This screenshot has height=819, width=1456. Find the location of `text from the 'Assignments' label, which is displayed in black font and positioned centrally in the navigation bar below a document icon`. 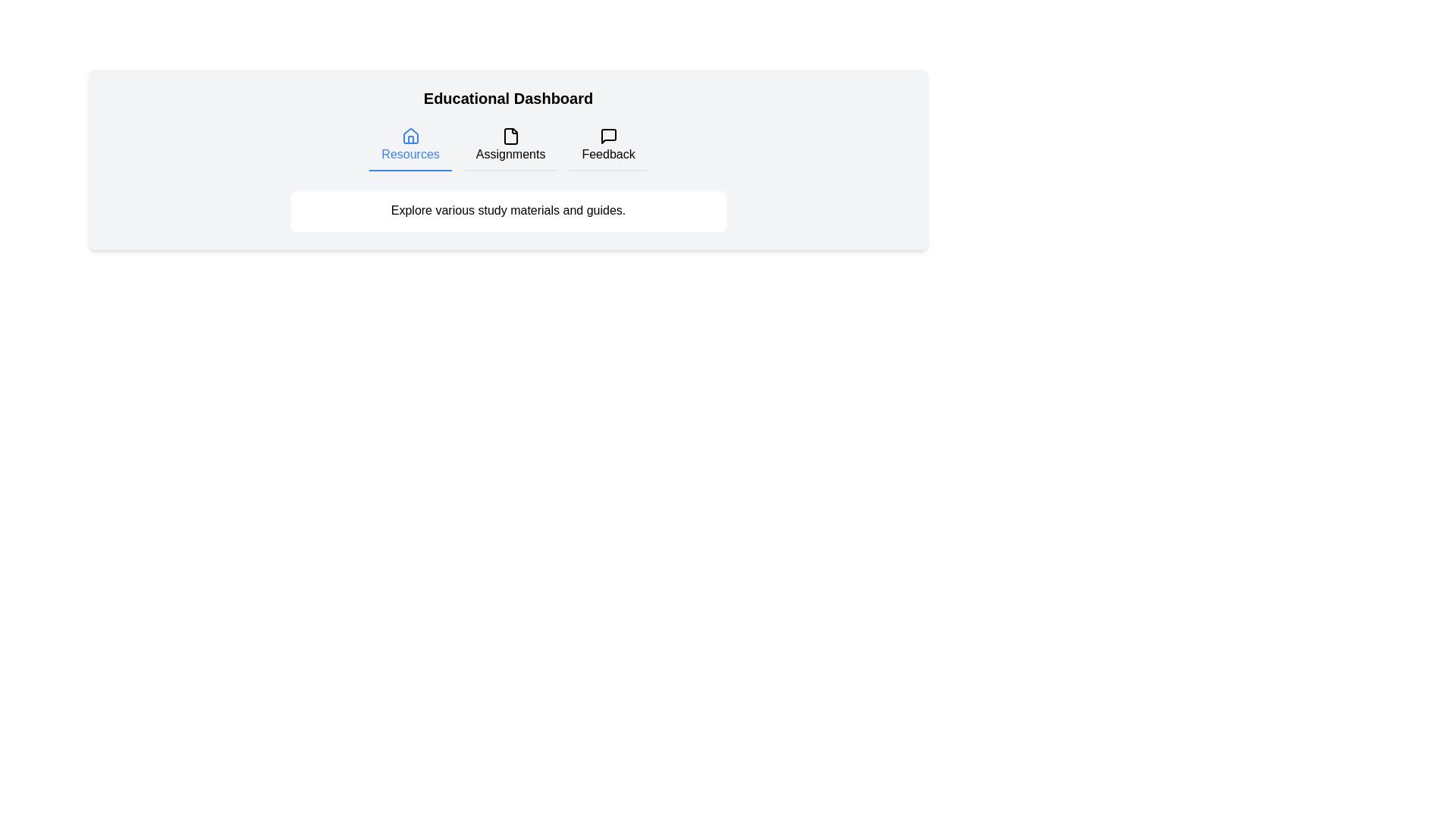

text from the 'Assignments' label, which is displayed in black font and positioned centrally in the navigation bar below a document icon is located at coordinates (510, 155).